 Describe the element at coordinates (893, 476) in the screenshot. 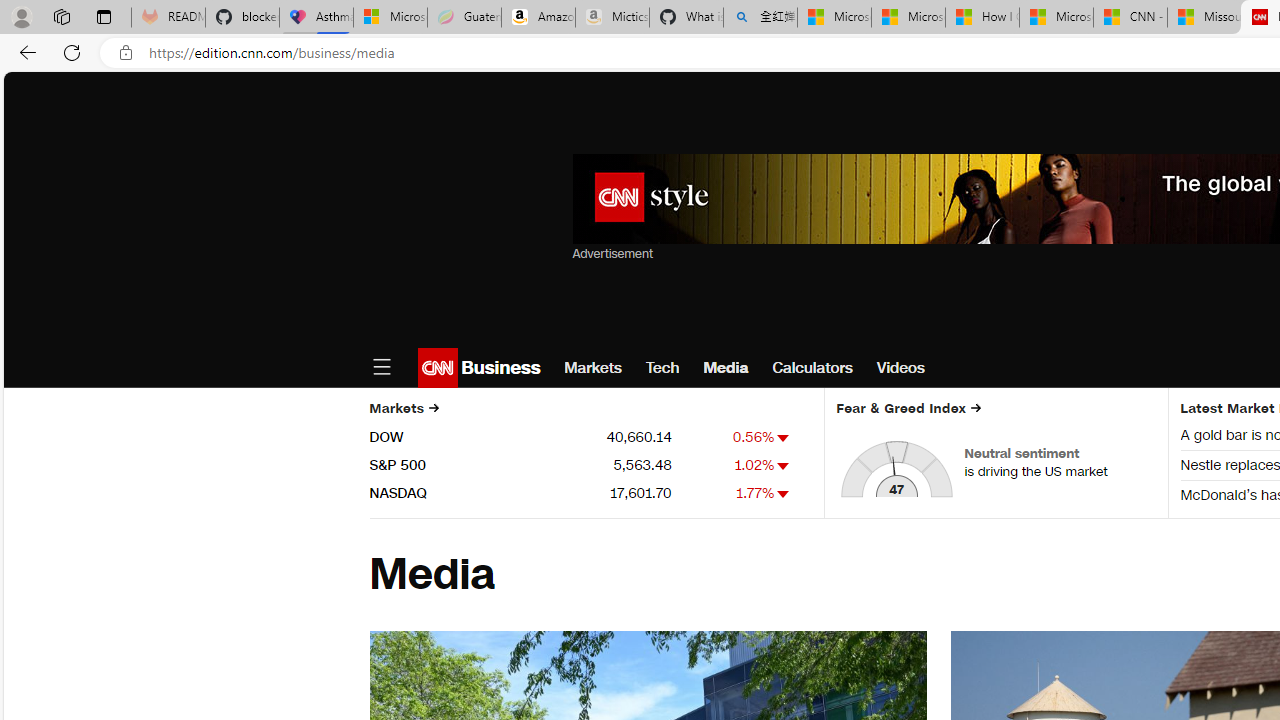

I see `'Class: market-fng-gauge__hand-svg'` at that location.